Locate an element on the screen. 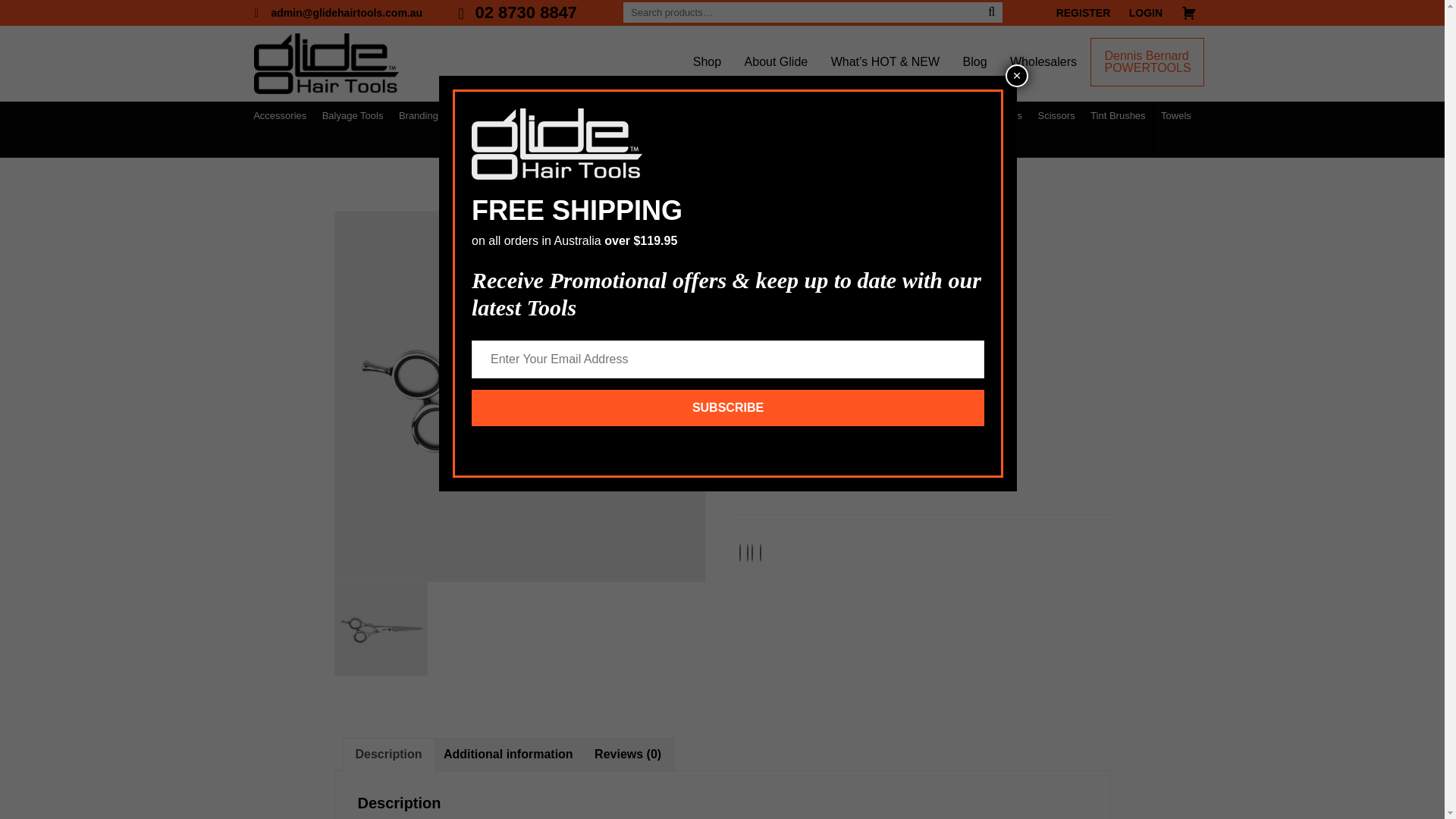  'Towels' is located at coordinates (1153, 115).